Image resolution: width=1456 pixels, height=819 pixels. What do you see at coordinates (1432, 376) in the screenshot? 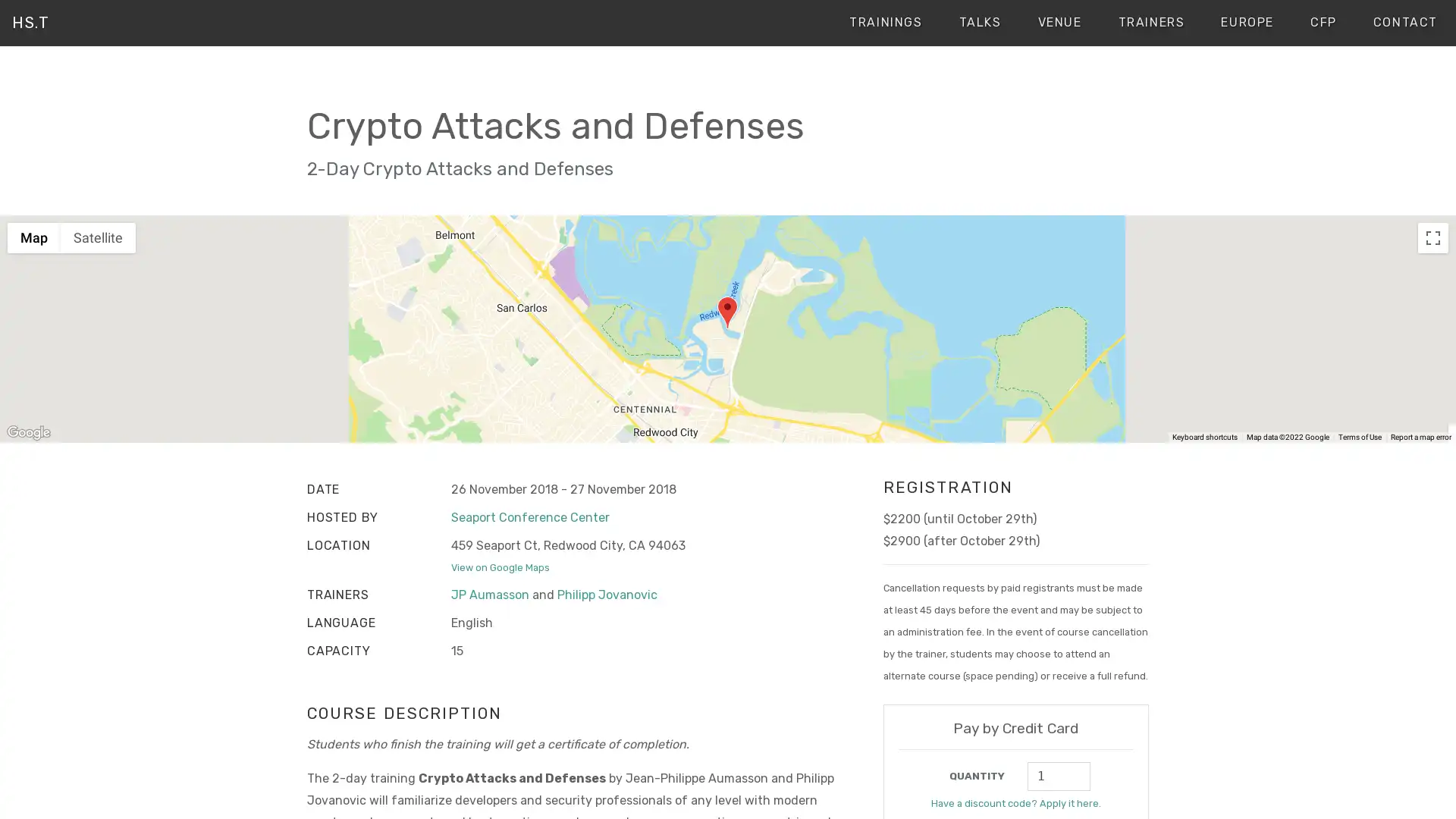
I see `Zoom in` at bounding box center [1432, 376].